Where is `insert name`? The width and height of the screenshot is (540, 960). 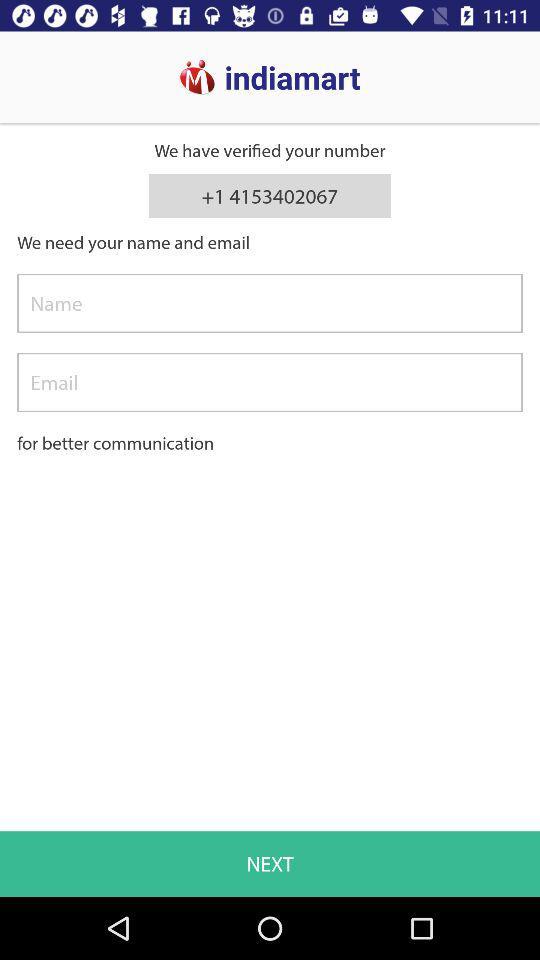 insert name is located at coordinates (270, 303).